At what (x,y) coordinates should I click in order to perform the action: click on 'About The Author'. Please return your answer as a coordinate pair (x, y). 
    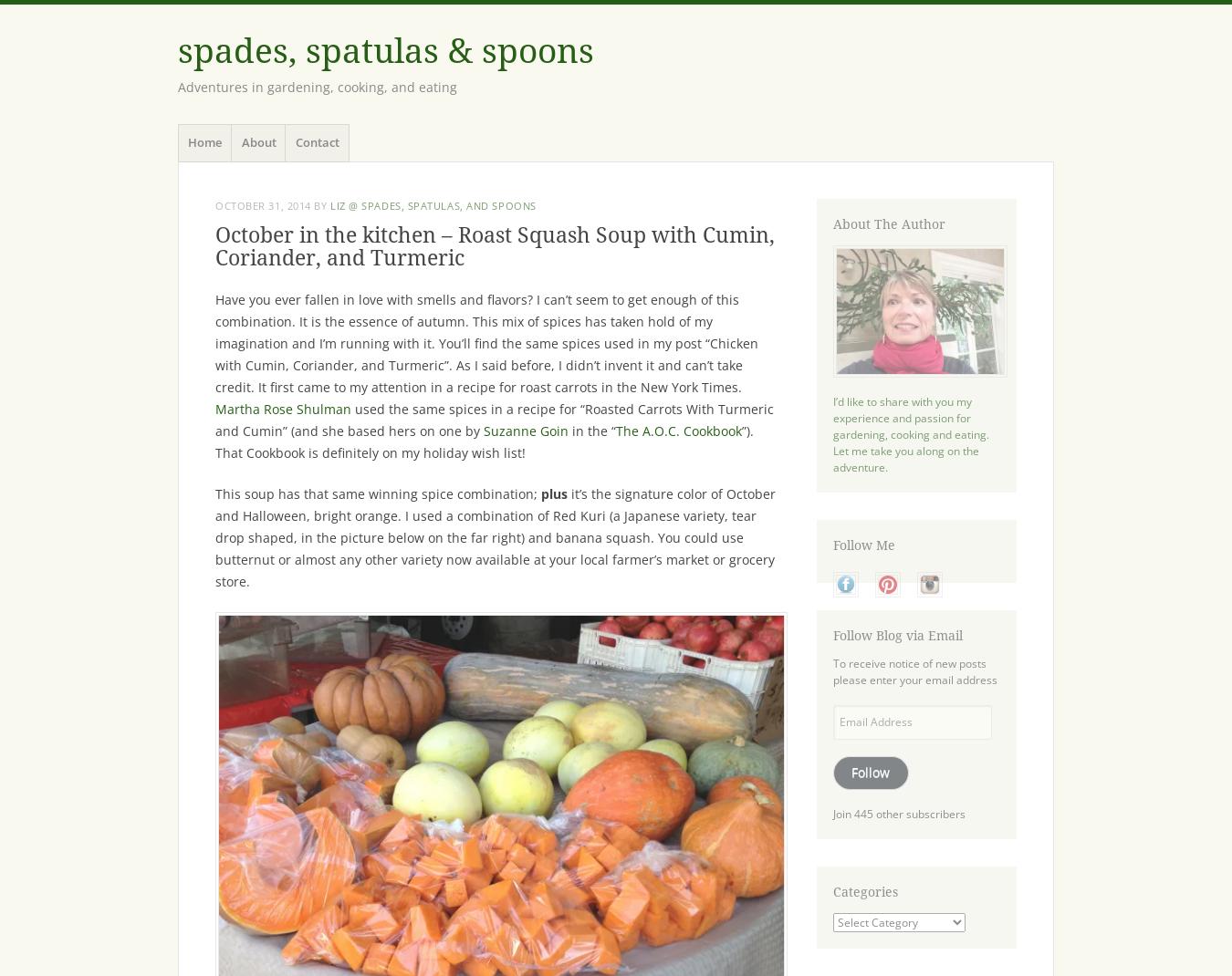
    Looking at the image, I should click on (887, 223).